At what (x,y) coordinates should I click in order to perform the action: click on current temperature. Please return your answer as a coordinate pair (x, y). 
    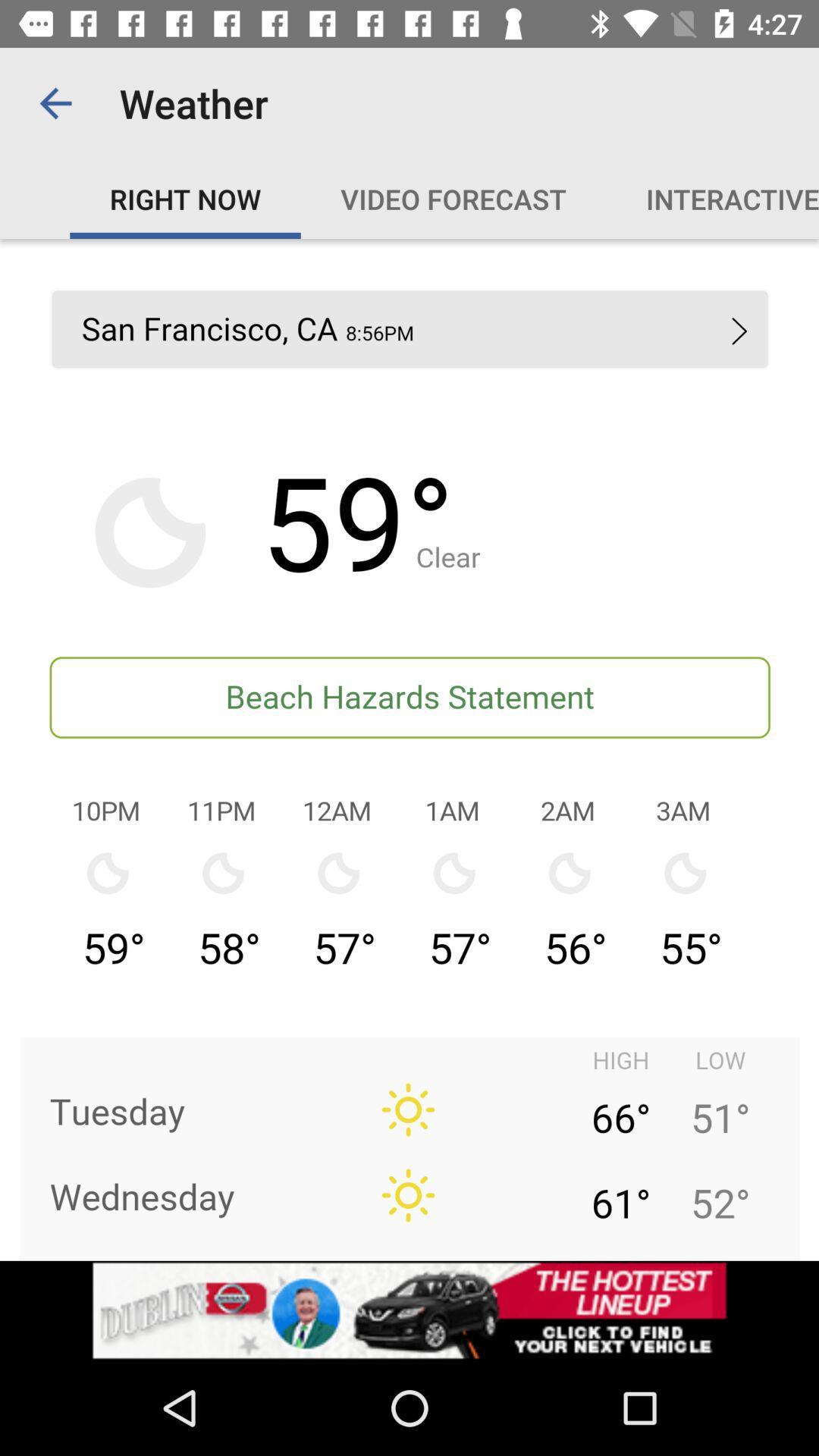
    Looking at the image, I should click on (409, 749).